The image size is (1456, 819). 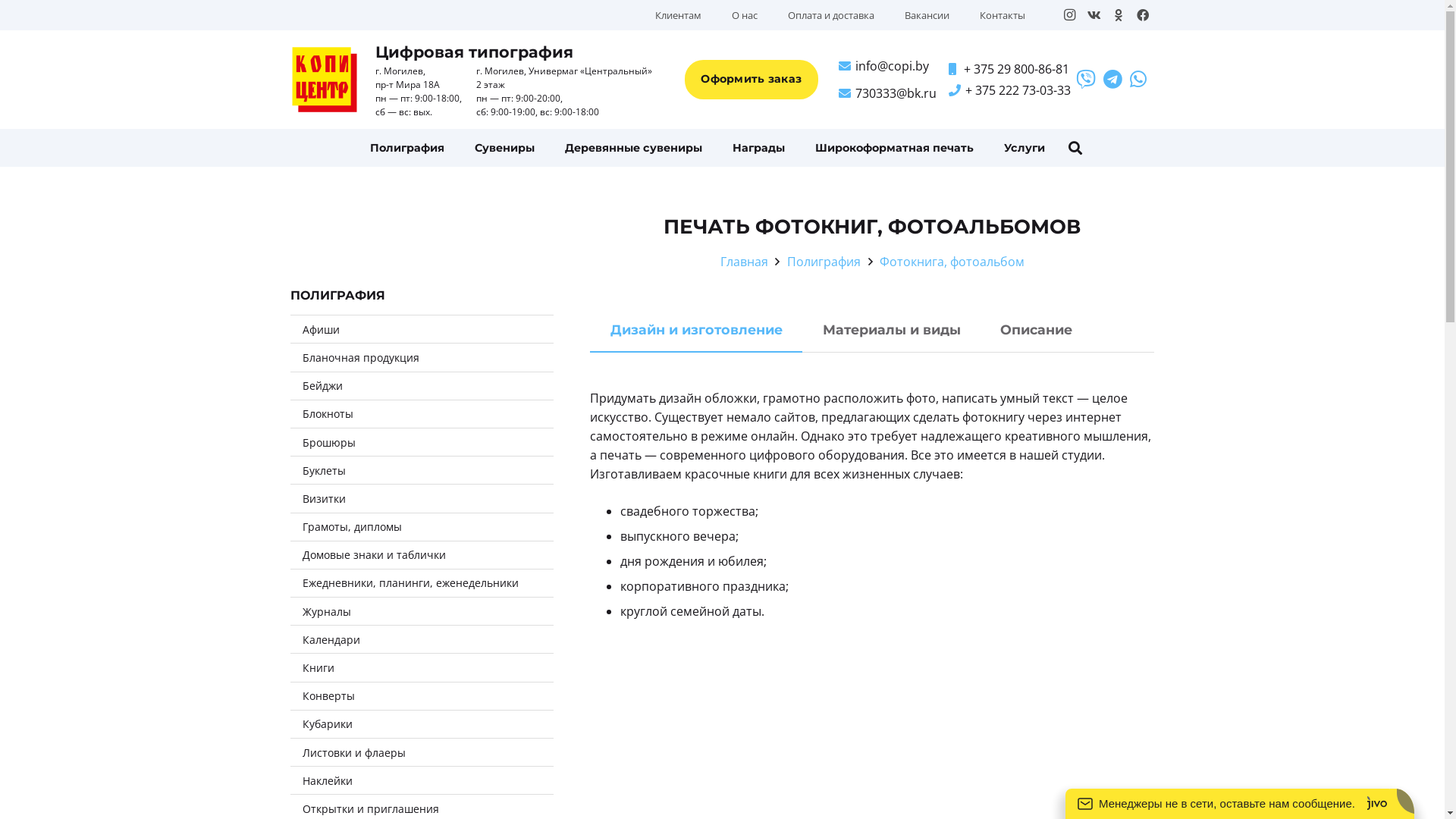 I want to click on 'info@copi.by', so click(x=883, y=65).